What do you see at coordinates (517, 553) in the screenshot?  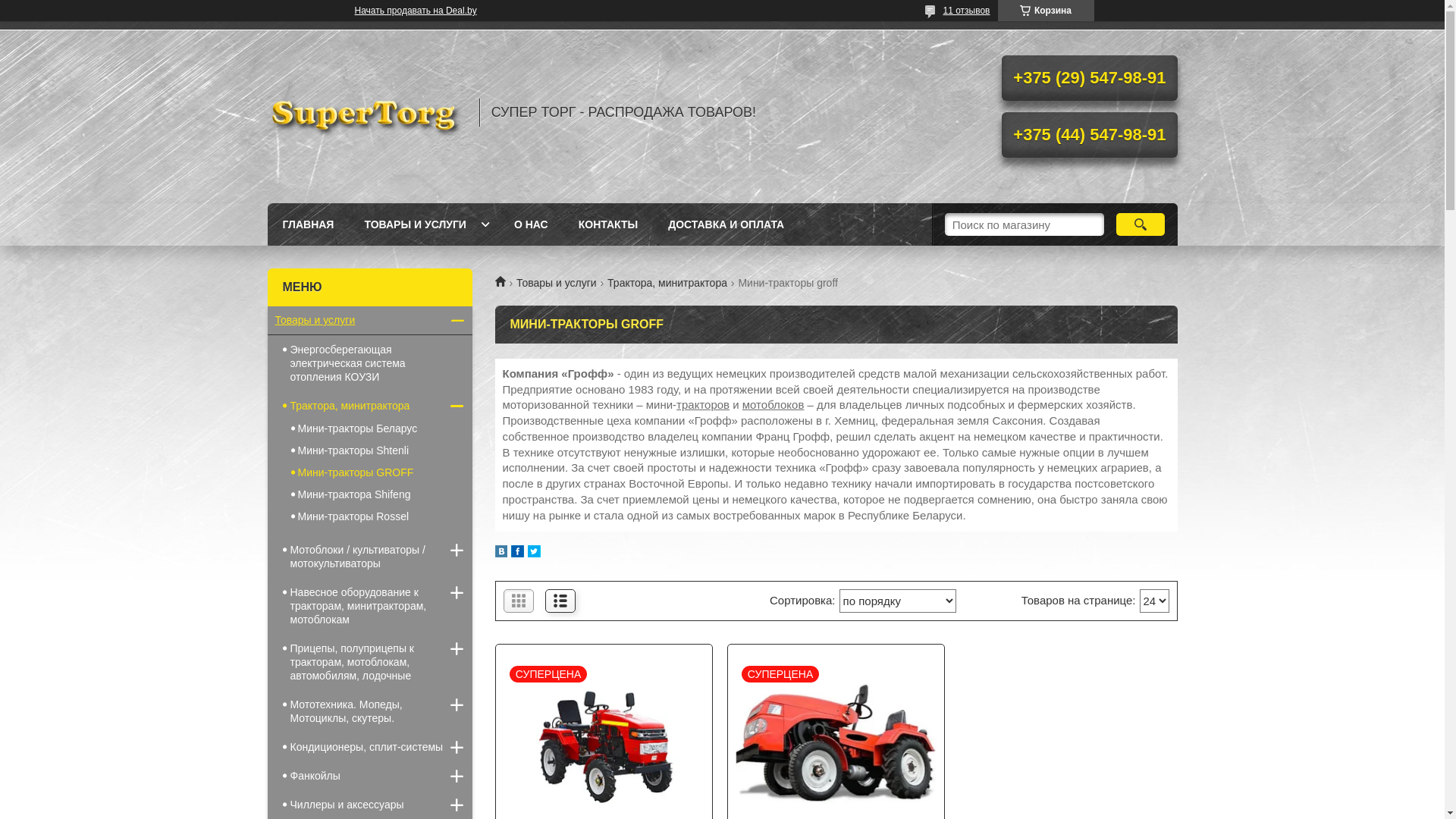 I see `'facebook'` at bounding box center [517, 553].